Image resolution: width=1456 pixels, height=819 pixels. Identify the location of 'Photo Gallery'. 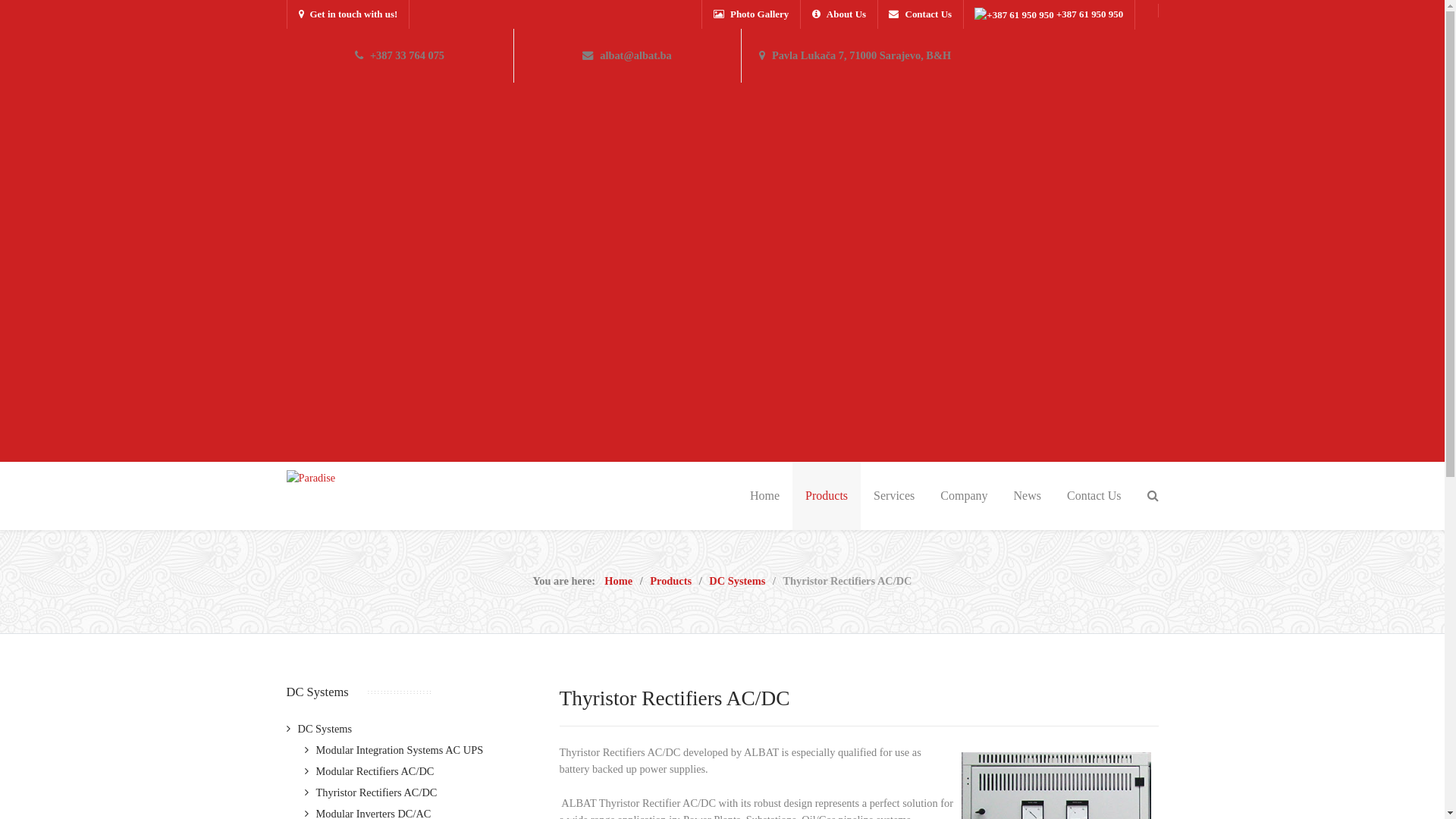
(701, 14).